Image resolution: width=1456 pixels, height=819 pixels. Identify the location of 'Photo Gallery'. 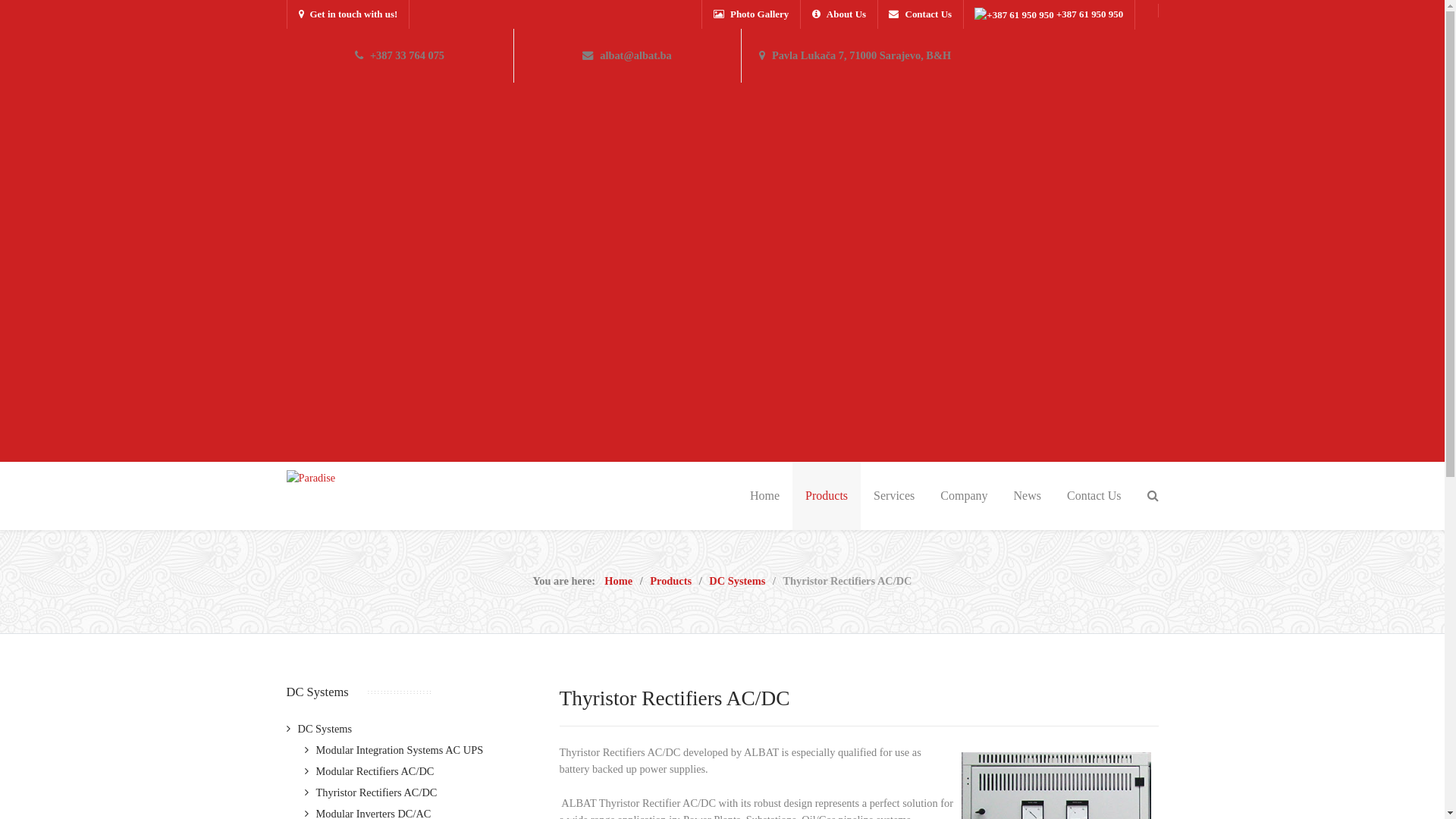
(701, 14).